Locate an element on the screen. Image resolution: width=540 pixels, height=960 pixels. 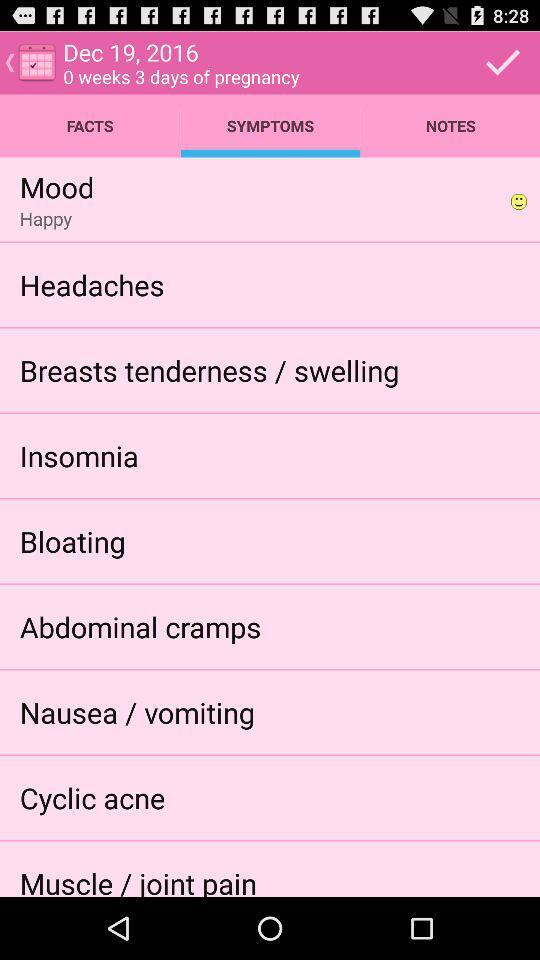
the tick mark which is on the top right corner of the page is located at coordinates (502, 63).